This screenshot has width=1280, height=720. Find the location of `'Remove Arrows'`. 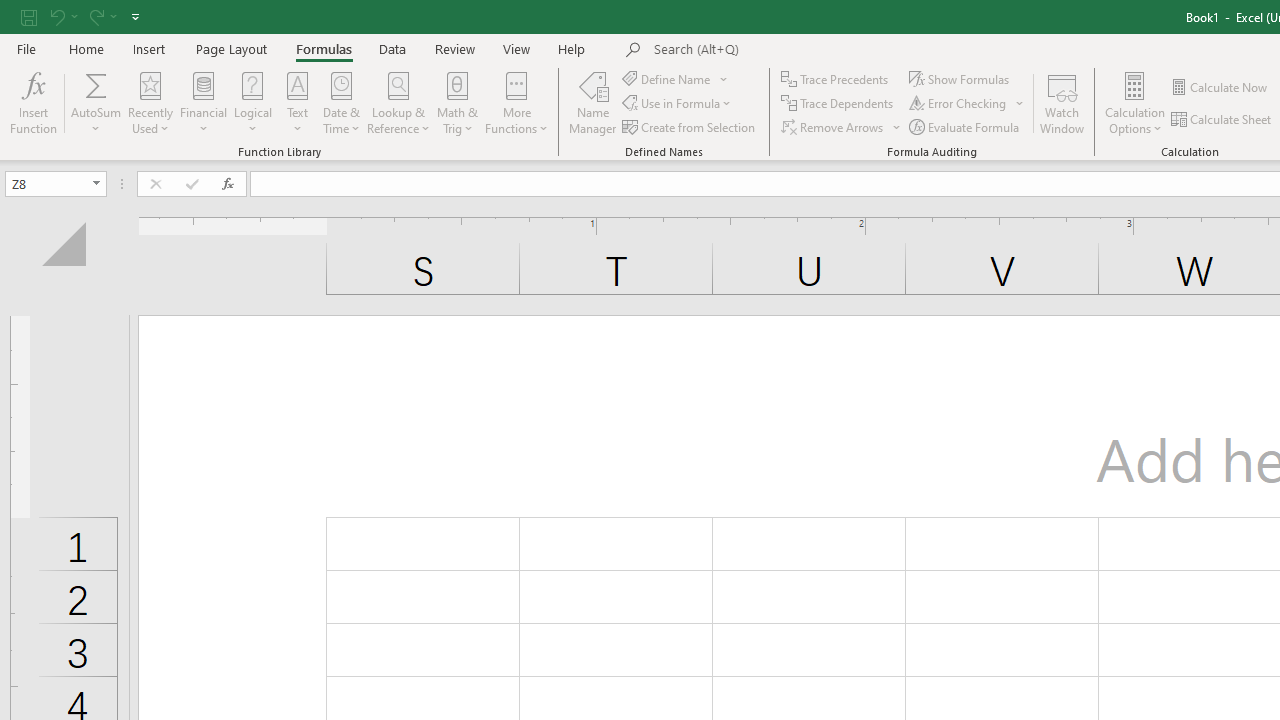

'Remove Arrows' is located at coordinates (833, 127).